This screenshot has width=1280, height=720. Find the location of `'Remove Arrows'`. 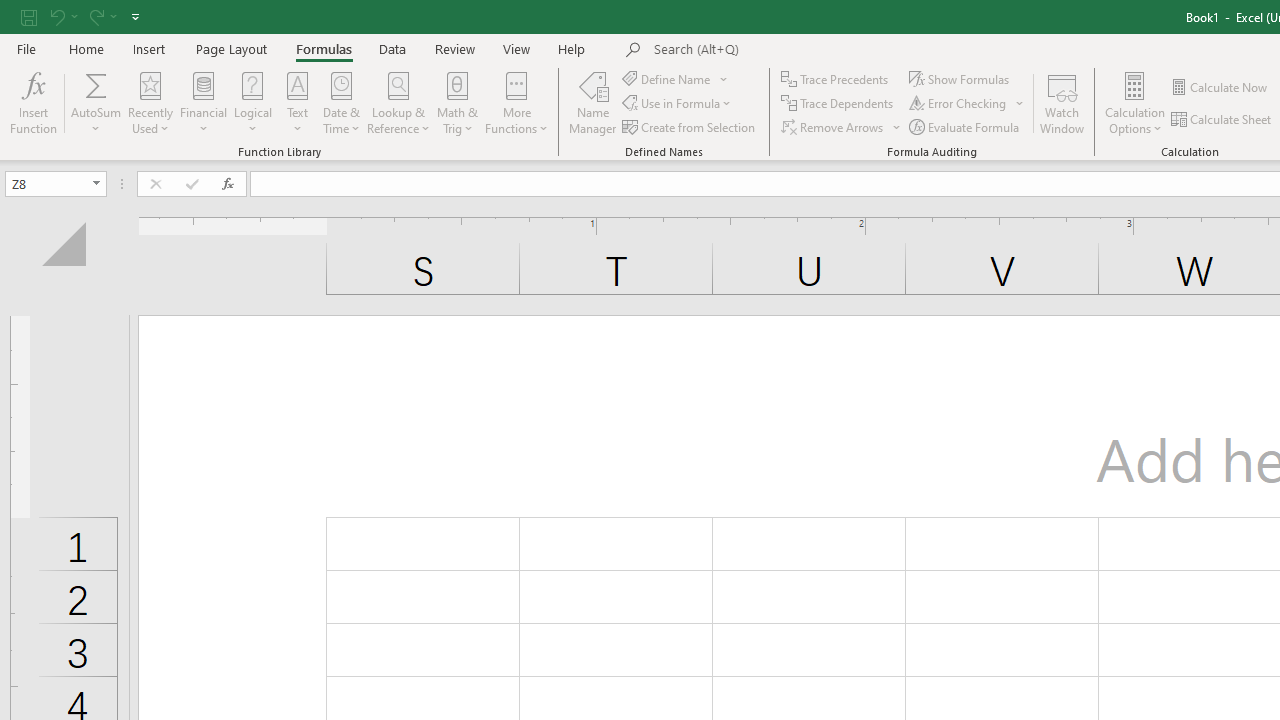

'Remove Arrows' is located at coordinates (833, 127).